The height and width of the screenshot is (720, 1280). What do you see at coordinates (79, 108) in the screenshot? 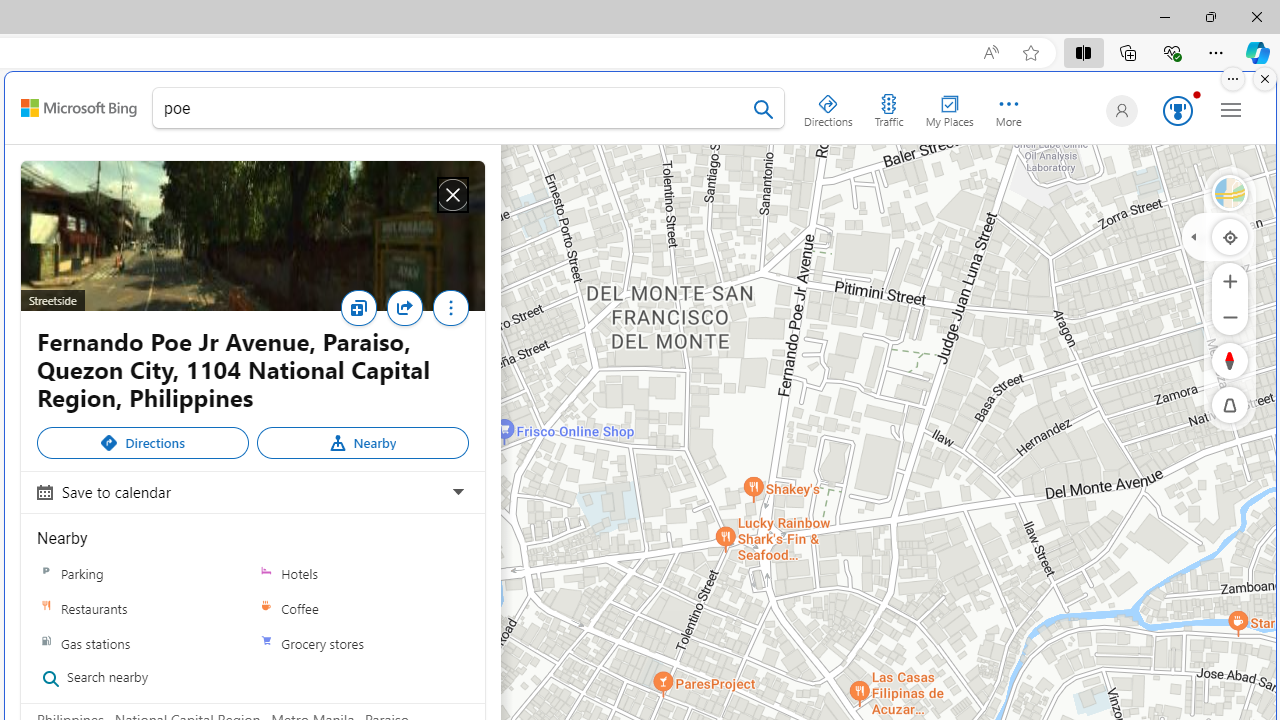
I see `'Class: sbElement'` at bounding box center [79, 108].